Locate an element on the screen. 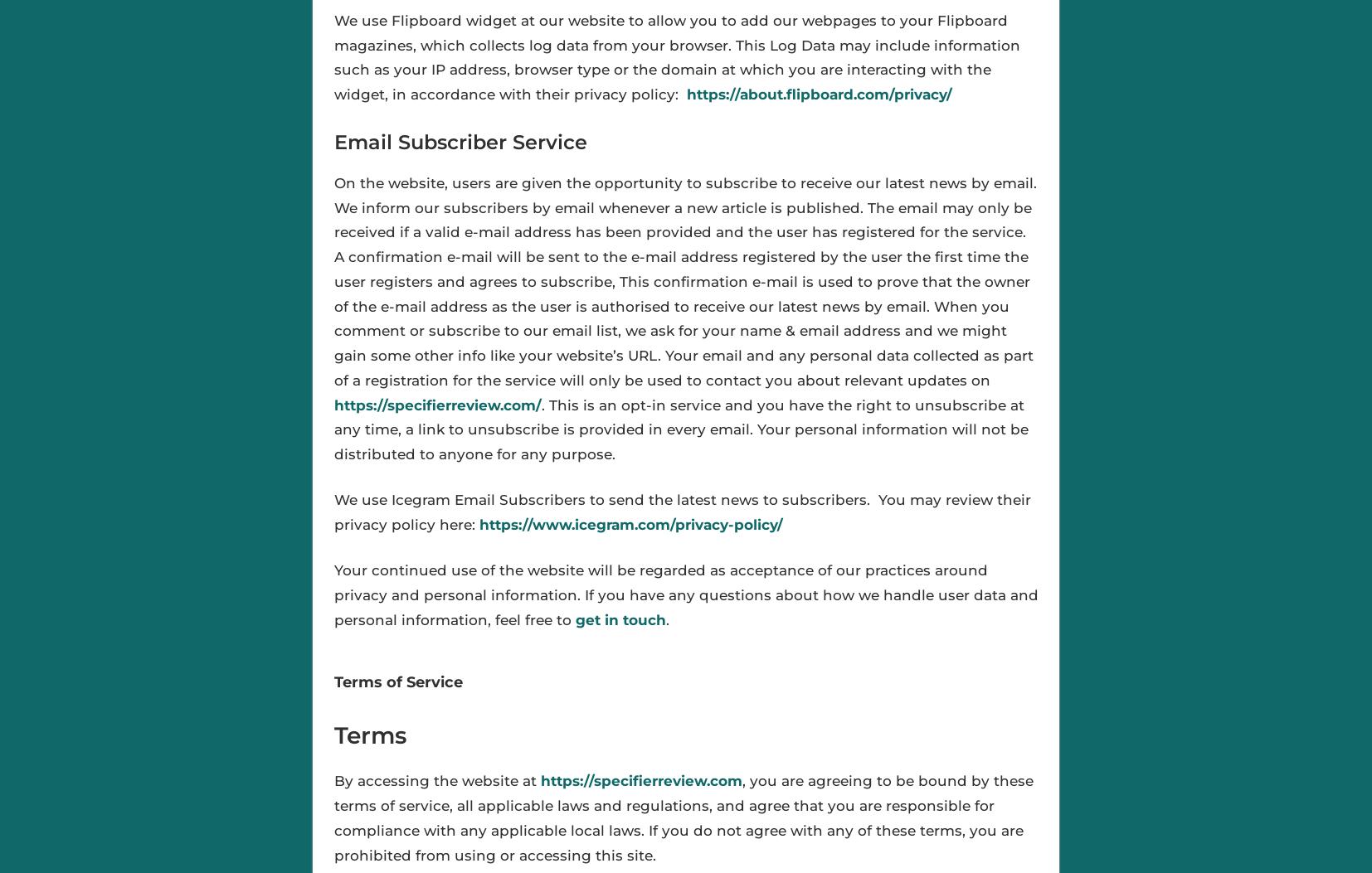  'Your continued use of the website will be regarded as acceptance of our practices around privacy and personal information. If you have any questions about how we handle user data and personal information, feel free to' is located at coordinates (685, 594).